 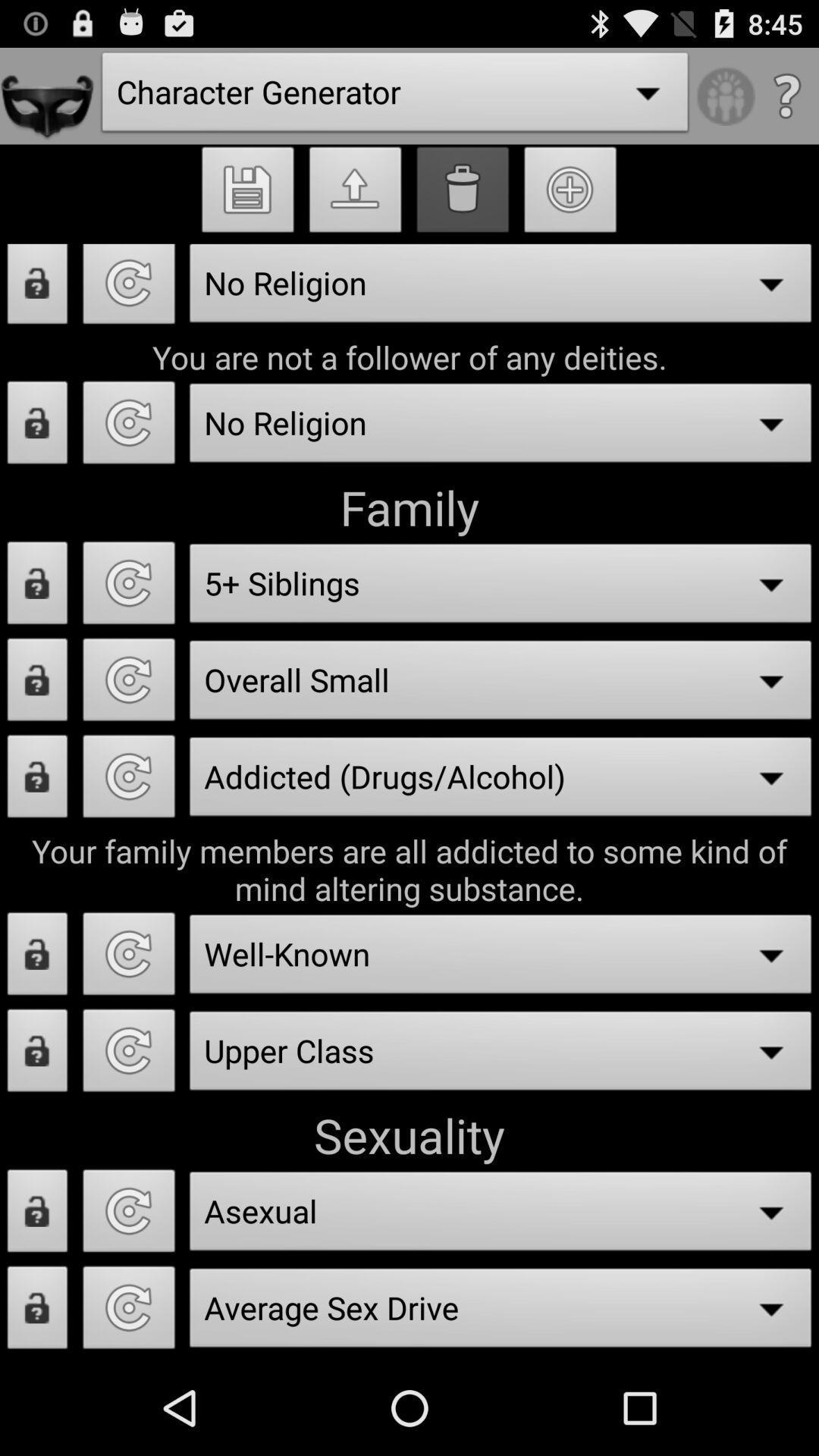 What do you see at coordinates (128, 1311) in the screenshot?
I see `randomize trait` at bounding box center [128, 1311].